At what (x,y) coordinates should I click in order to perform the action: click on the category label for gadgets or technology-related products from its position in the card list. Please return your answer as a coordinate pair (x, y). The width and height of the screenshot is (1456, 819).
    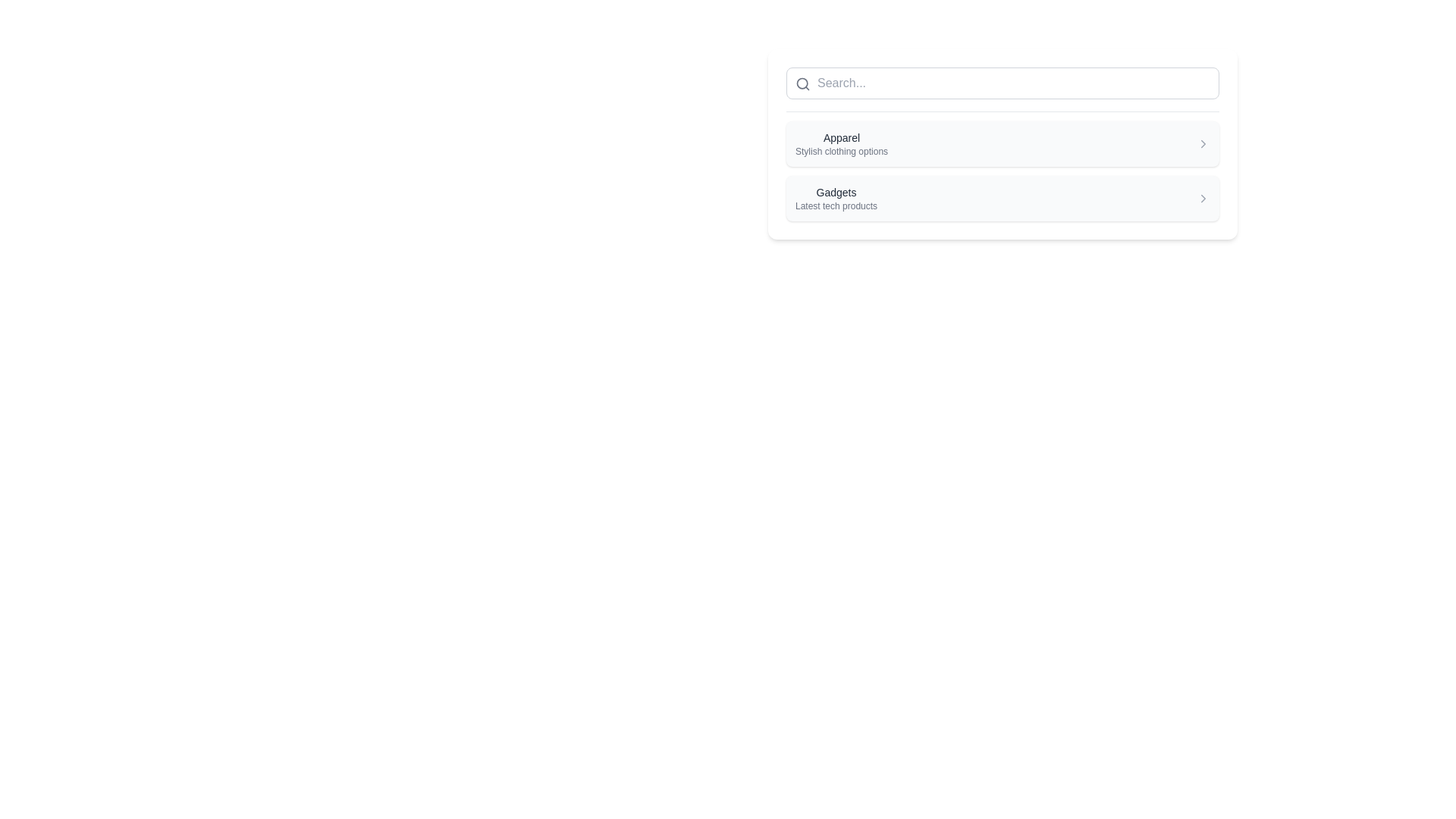
    Looking at the image, I should click on (836, 198).